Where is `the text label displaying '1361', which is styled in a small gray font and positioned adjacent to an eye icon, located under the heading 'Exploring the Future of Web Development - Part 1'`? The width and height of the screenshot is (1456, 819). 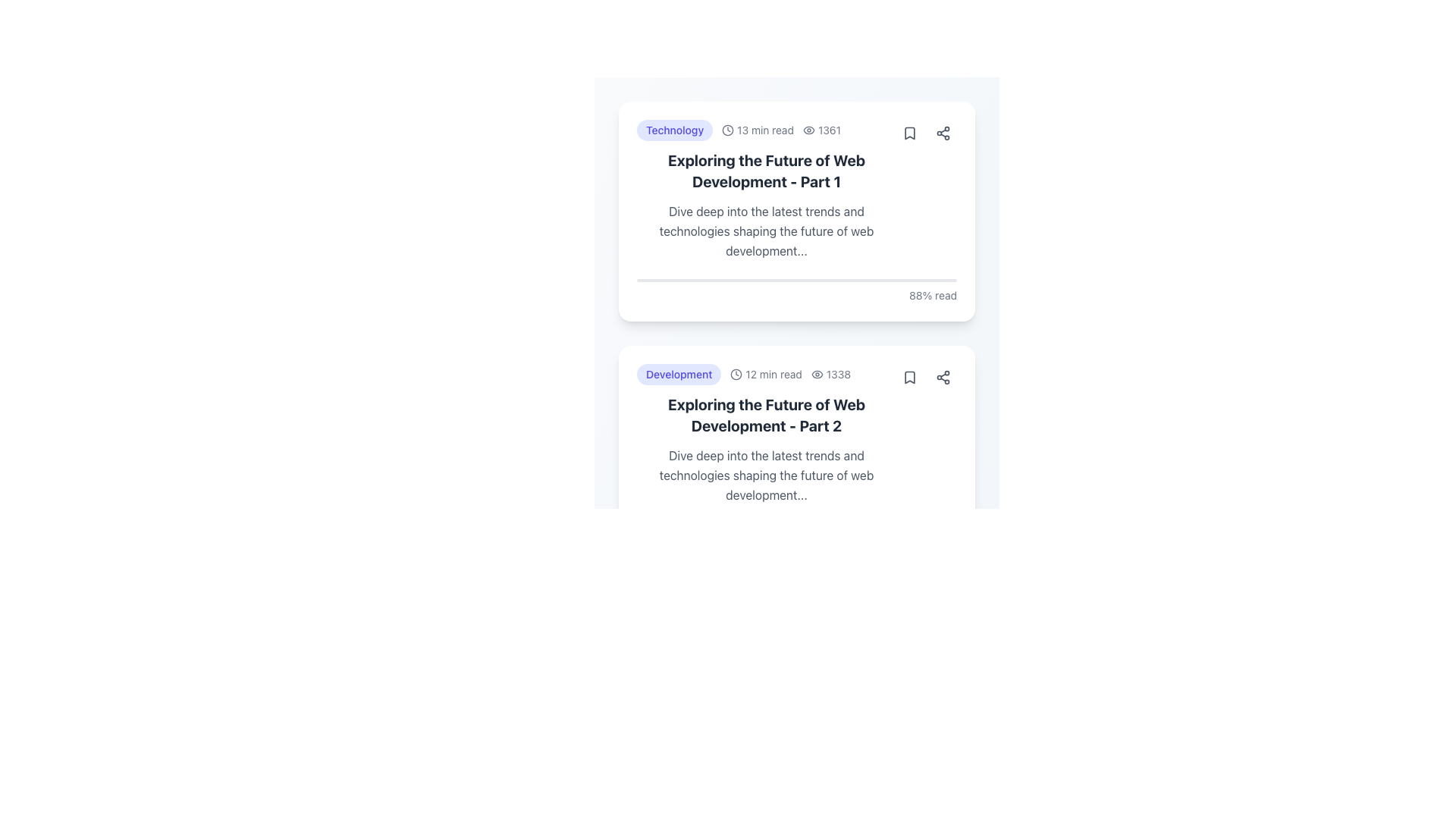 the text label displaying '1361', which is styled in a small gray font and positioned adjacent to an eye icon, located under the heading 'Exploring the Future of Web Development - Part 1' is located at coordinates (821, 130).